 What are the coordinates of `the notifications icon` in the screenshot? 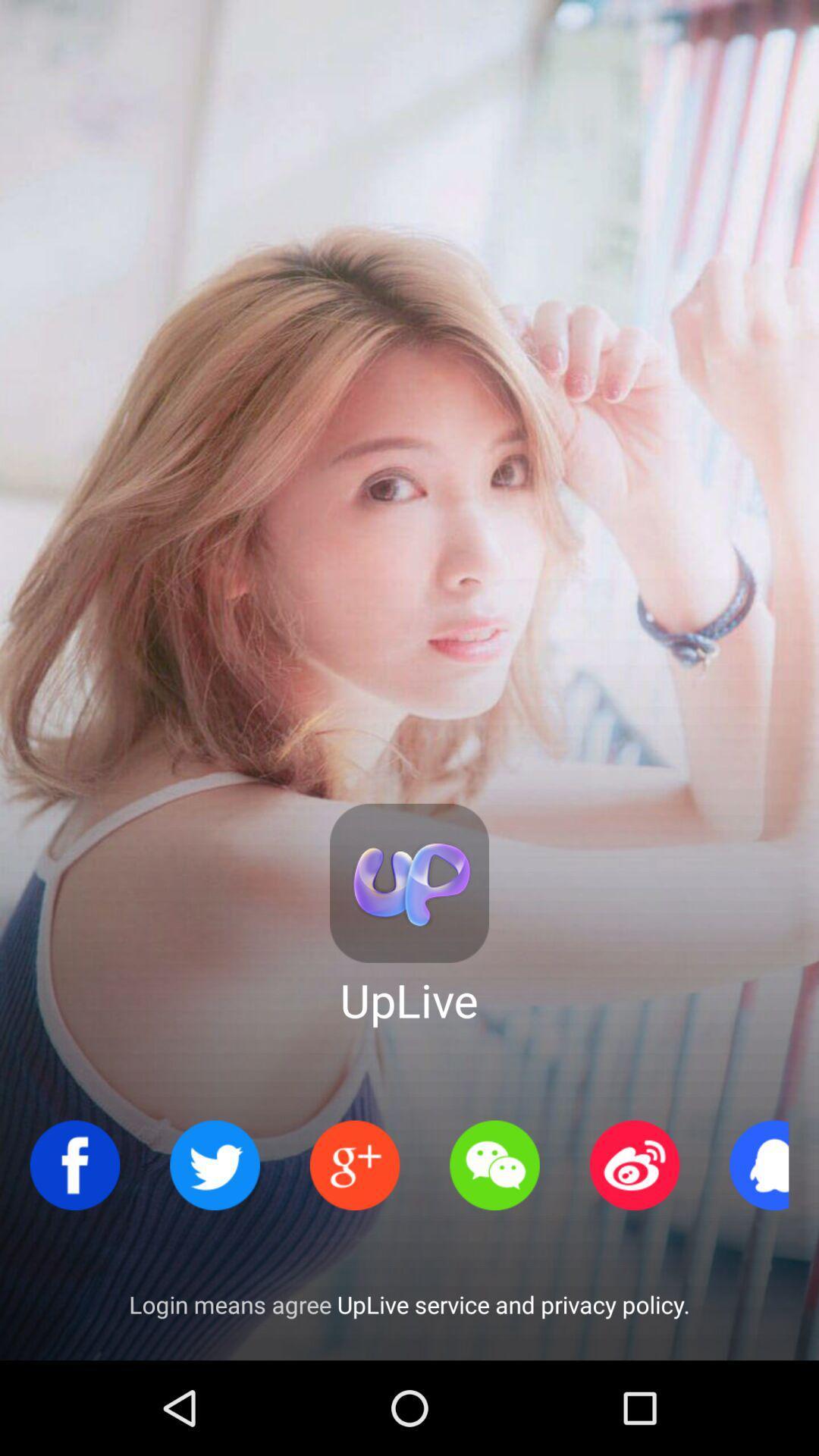 It's located at (774, 1164).